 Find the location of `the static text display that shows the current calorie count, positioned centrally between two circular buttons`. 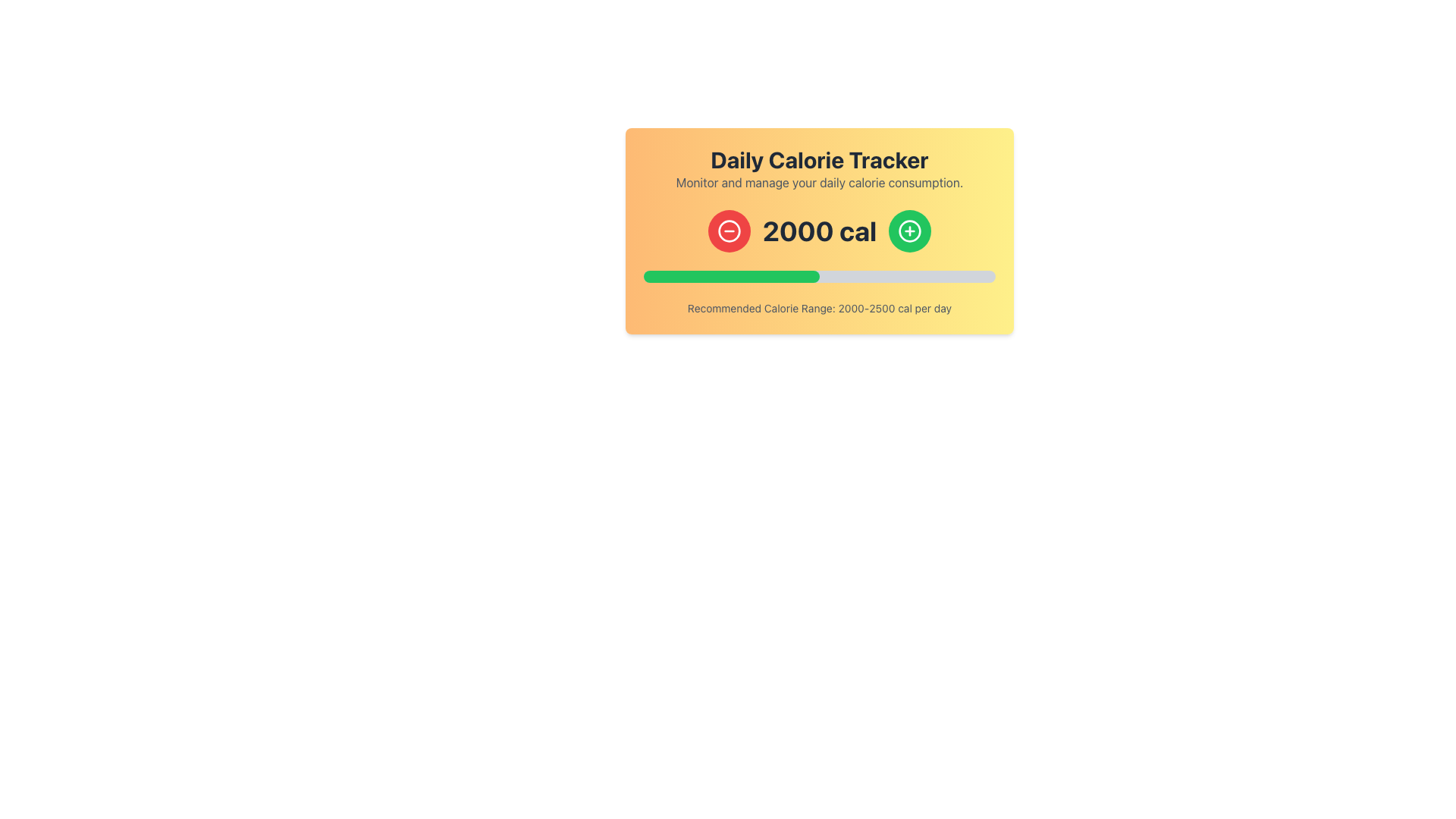

the static text display that shows the current calorie count, positioned centrally between two circular buttons is located at coordinates (818, 231).